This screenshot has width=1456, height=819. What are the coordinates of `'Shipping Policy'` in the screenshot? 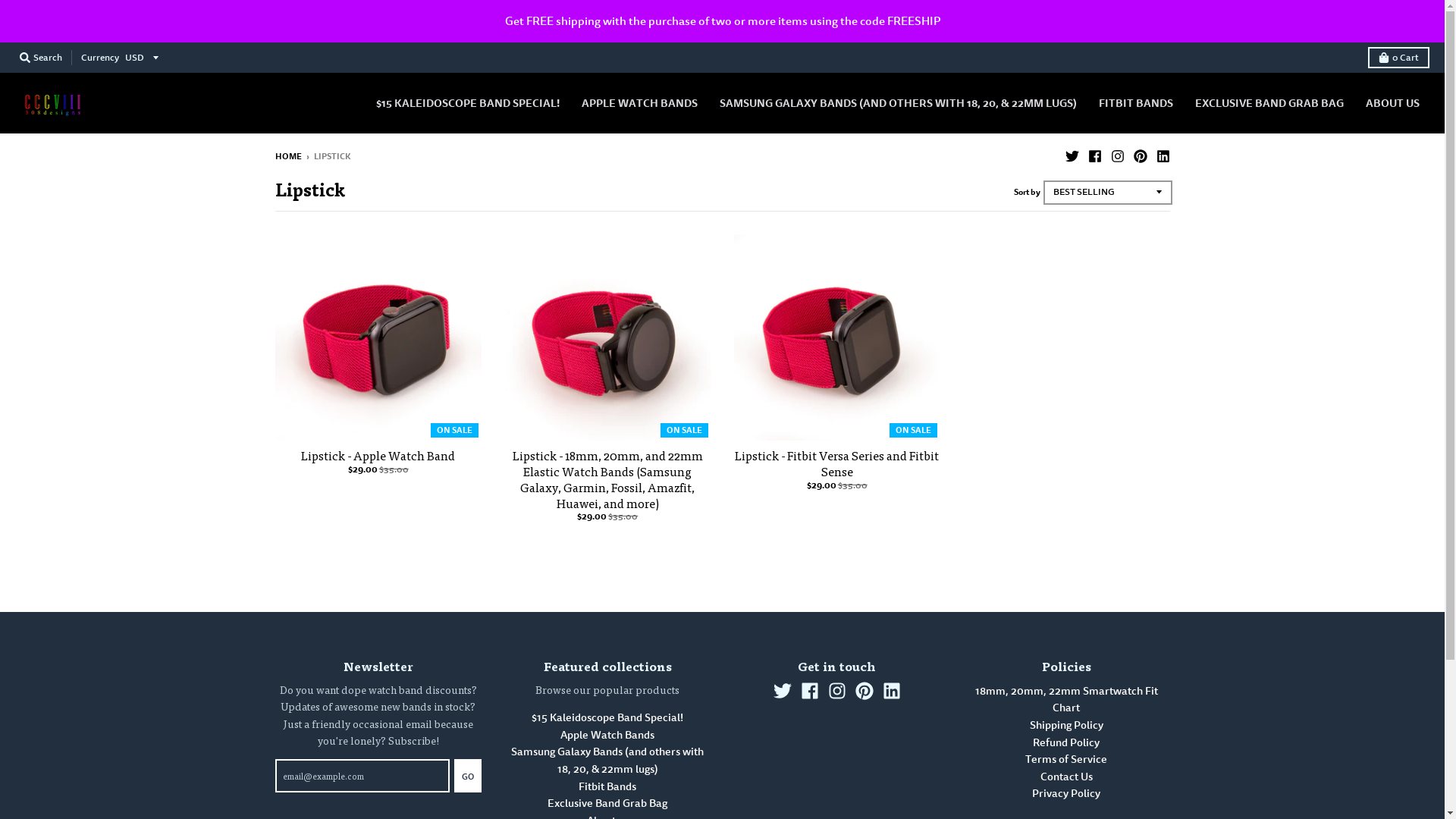 It's located at (1065, 724).